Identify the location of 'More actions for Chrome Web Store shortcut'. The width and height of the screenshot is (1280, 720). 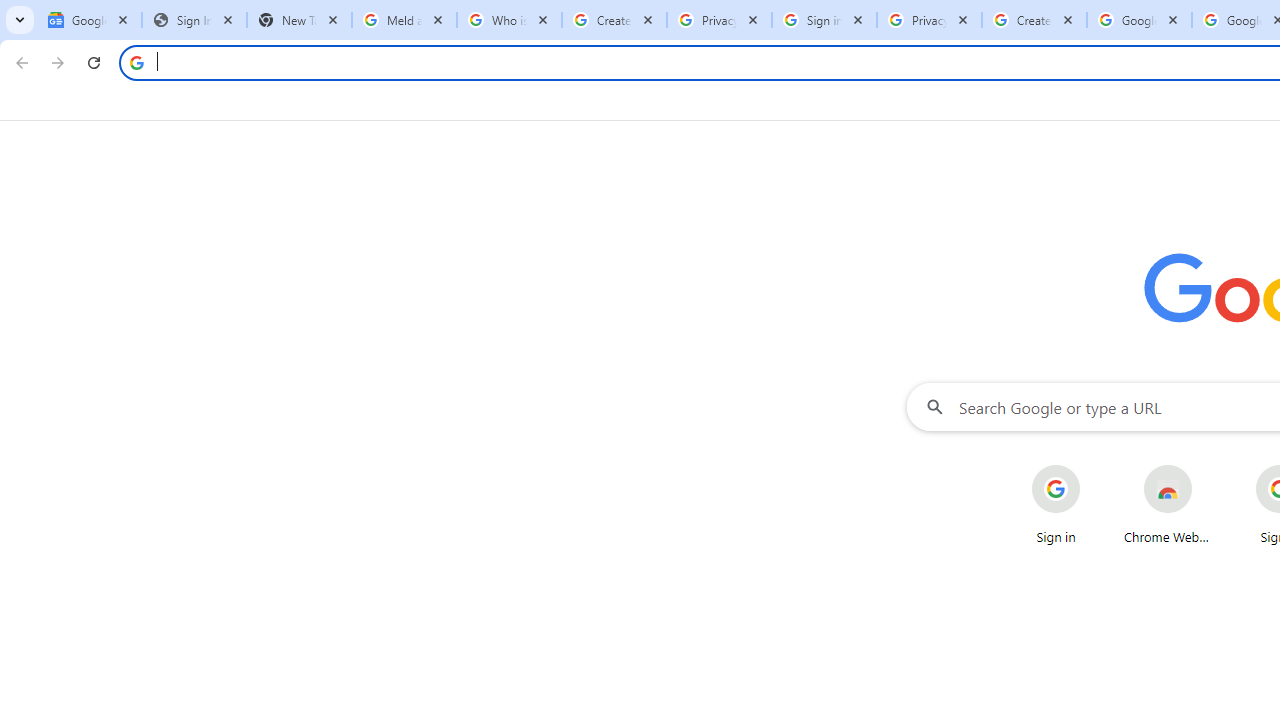
(1207, 466).